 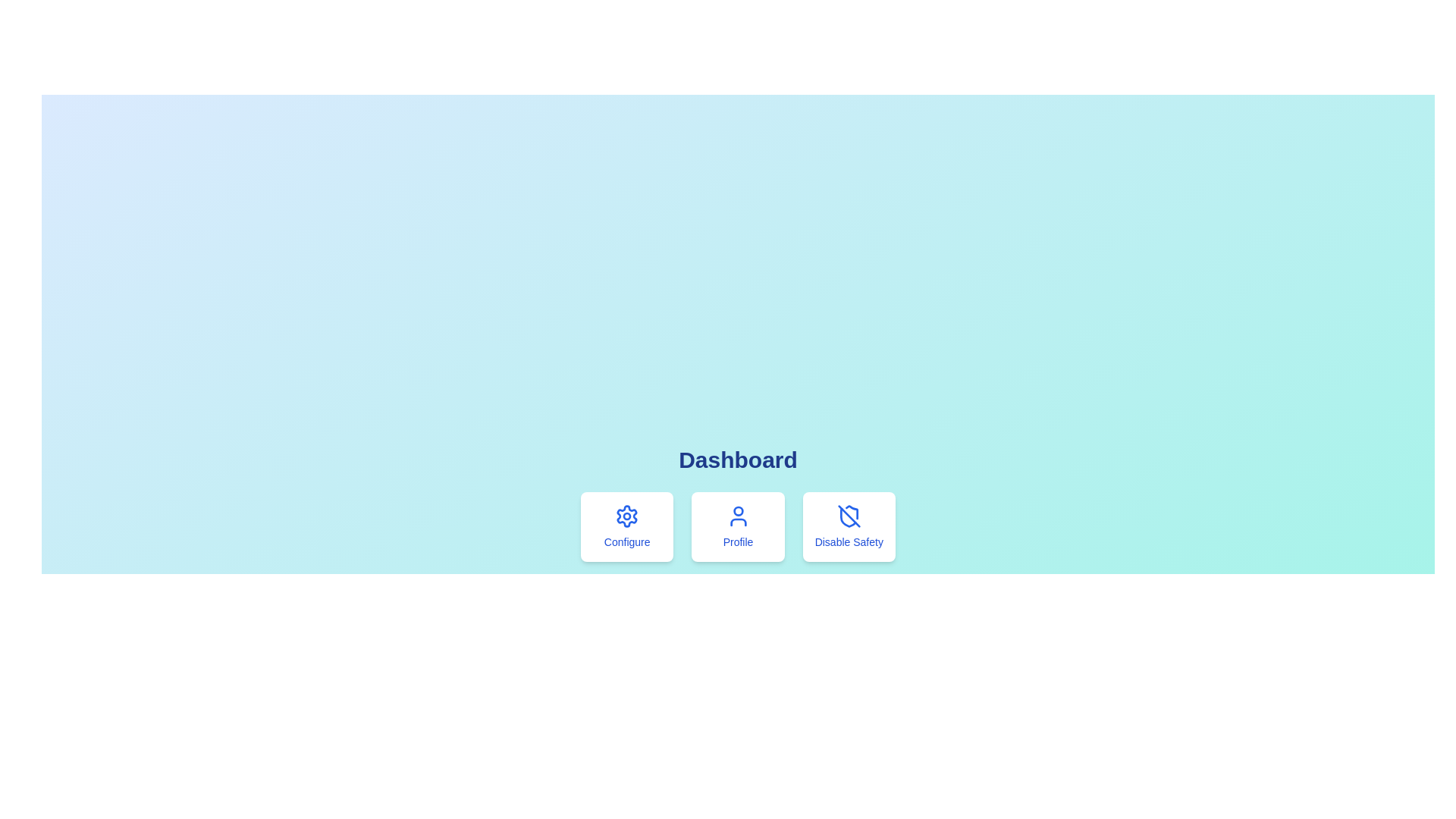 What do you see at coordinates (738, 504) in the screenshot?
I see `the profile configuration button located under the 'Dashboard' title` at bounding box center [738, 504].